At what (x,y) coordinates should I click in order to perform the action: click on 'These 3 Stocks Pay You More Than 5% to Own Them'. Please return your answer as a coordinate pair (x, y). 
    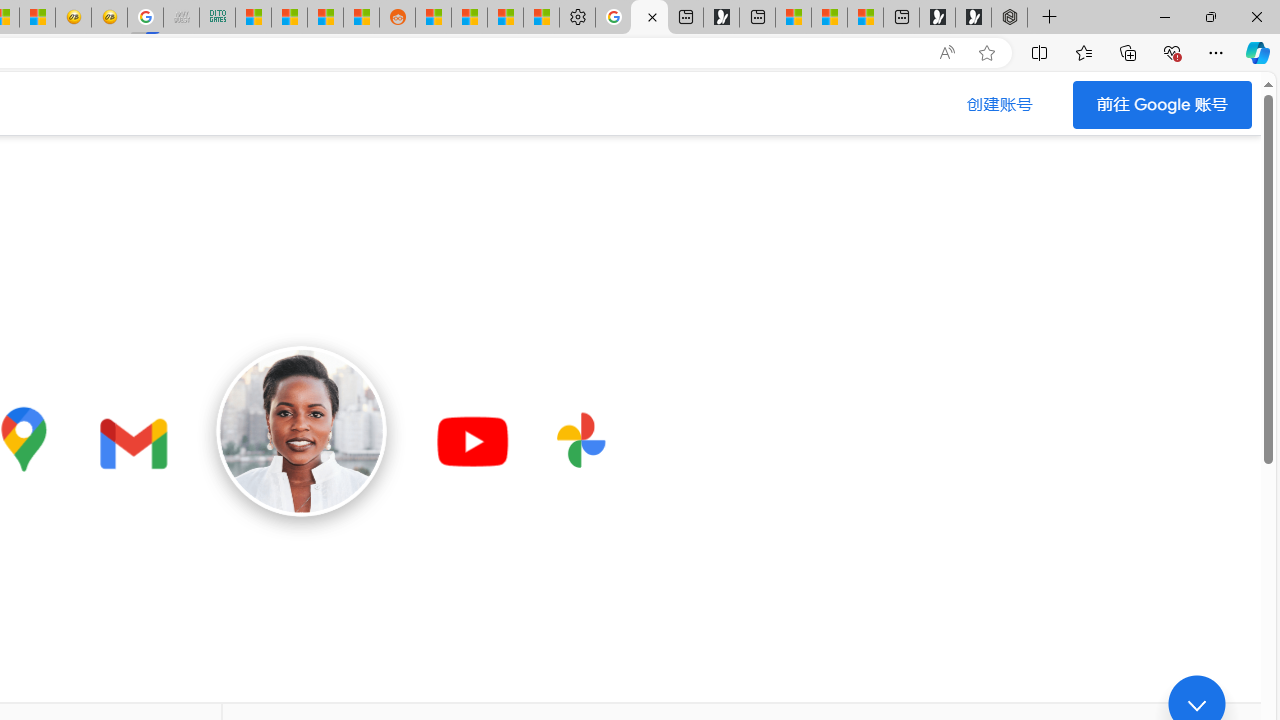
    Looking at the image, I should click on (865, 17).